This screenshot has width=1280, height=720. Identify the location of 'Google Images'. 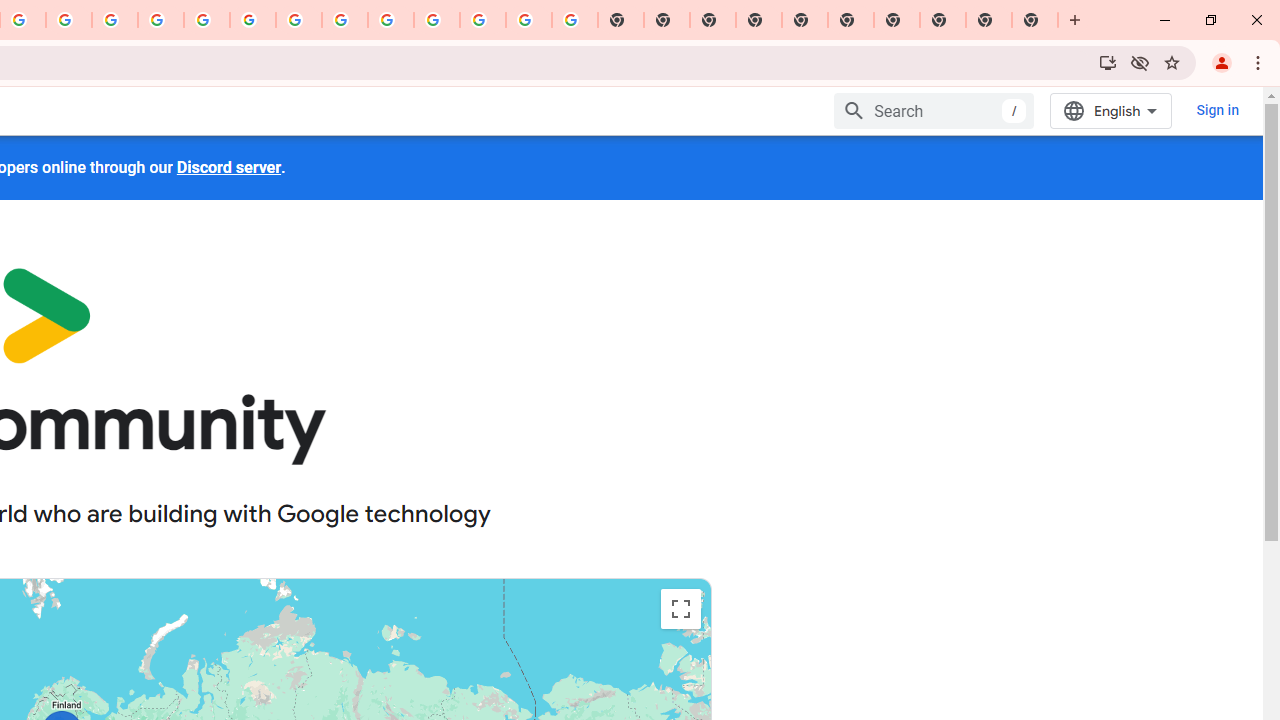
(573, 20).